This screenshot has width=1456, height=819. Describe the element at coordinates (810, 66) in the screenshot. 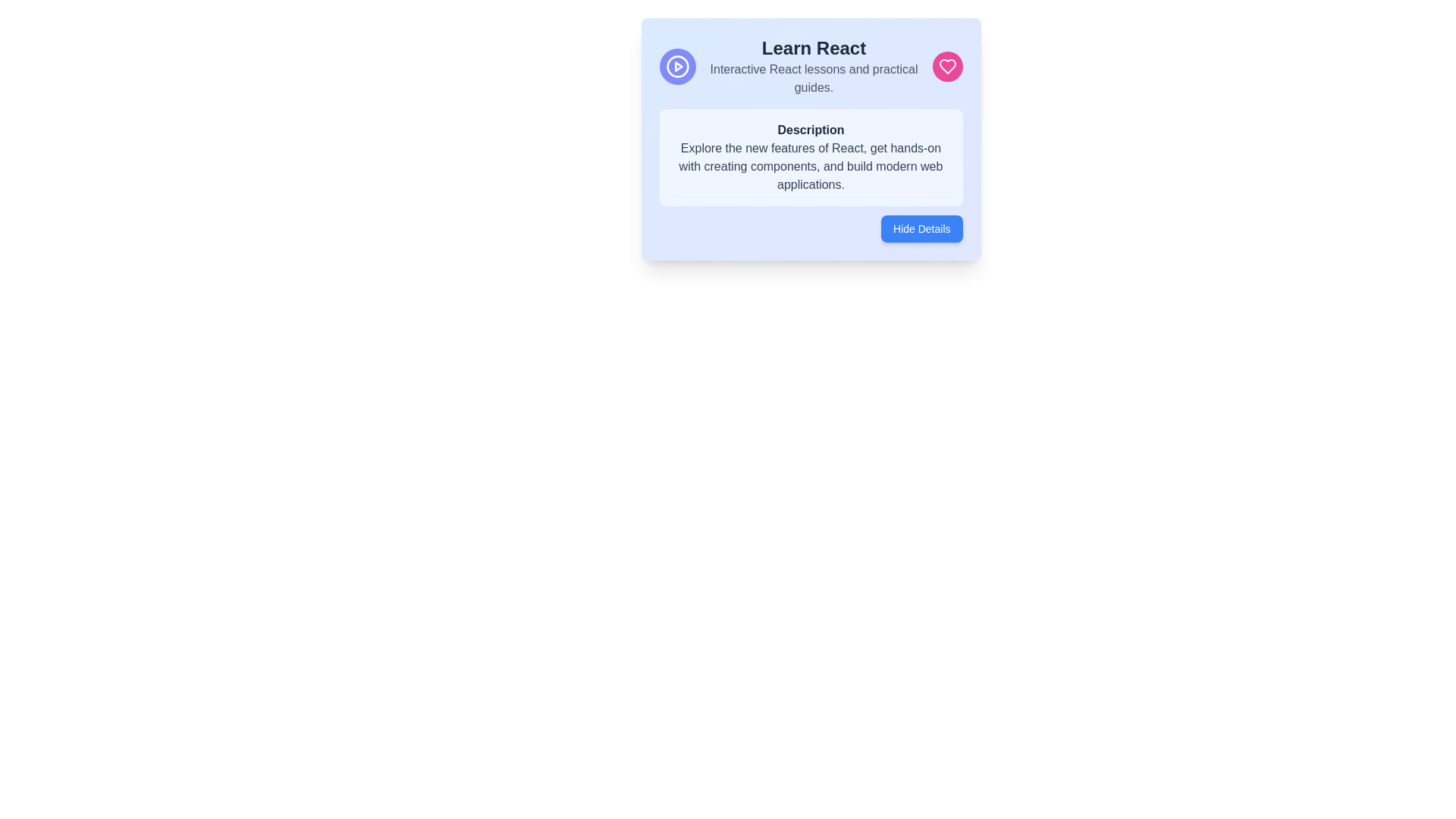

I see `the Text Display Block that features the bold header 'Learn React' and the smaller text 'Interactive React lessons and practical guides.'` at that location.